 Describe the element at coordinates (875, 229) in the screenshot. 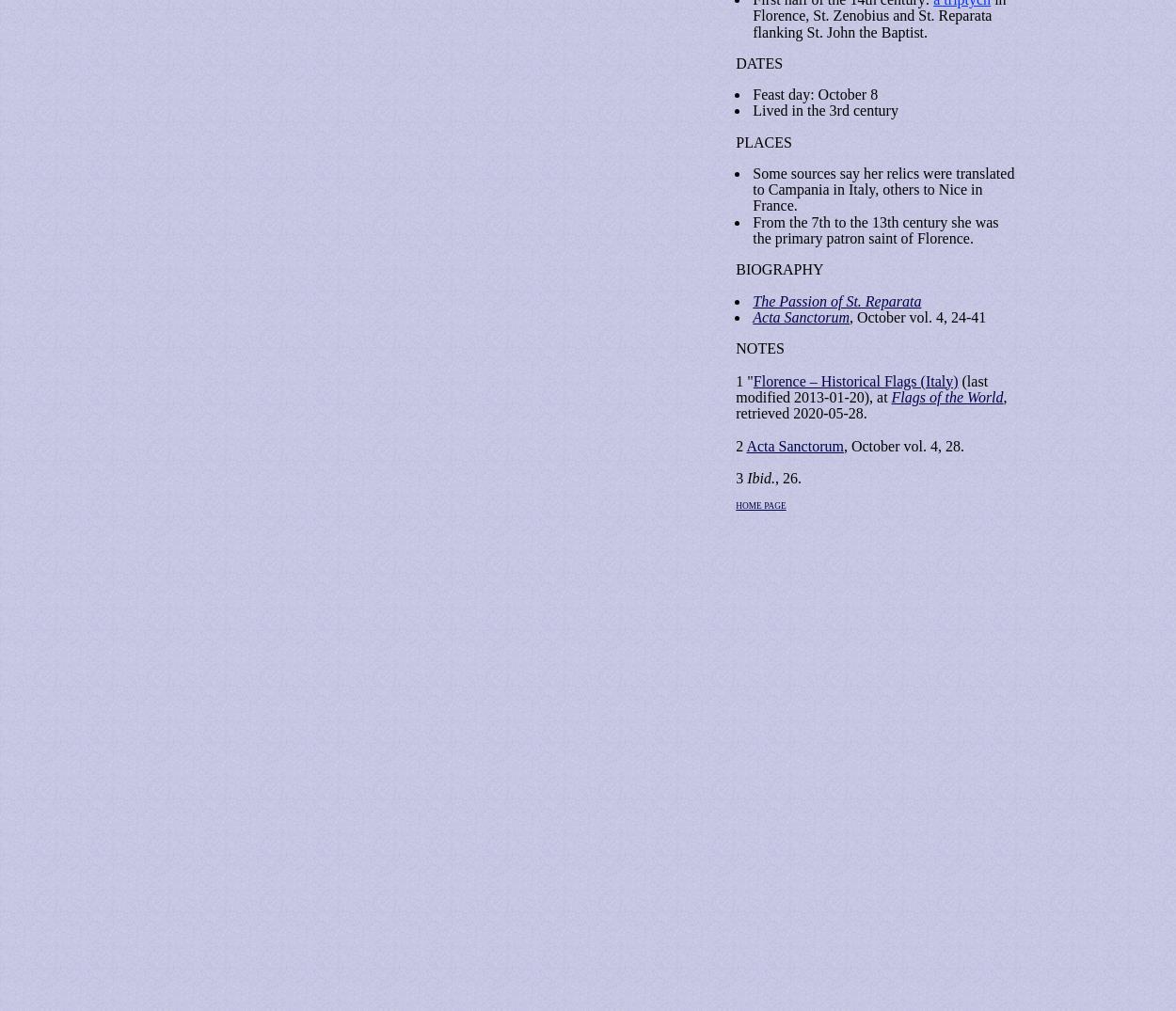

I see `'From the 7th to the 13th century she was the primary patron saint of Florence.'` at that location.